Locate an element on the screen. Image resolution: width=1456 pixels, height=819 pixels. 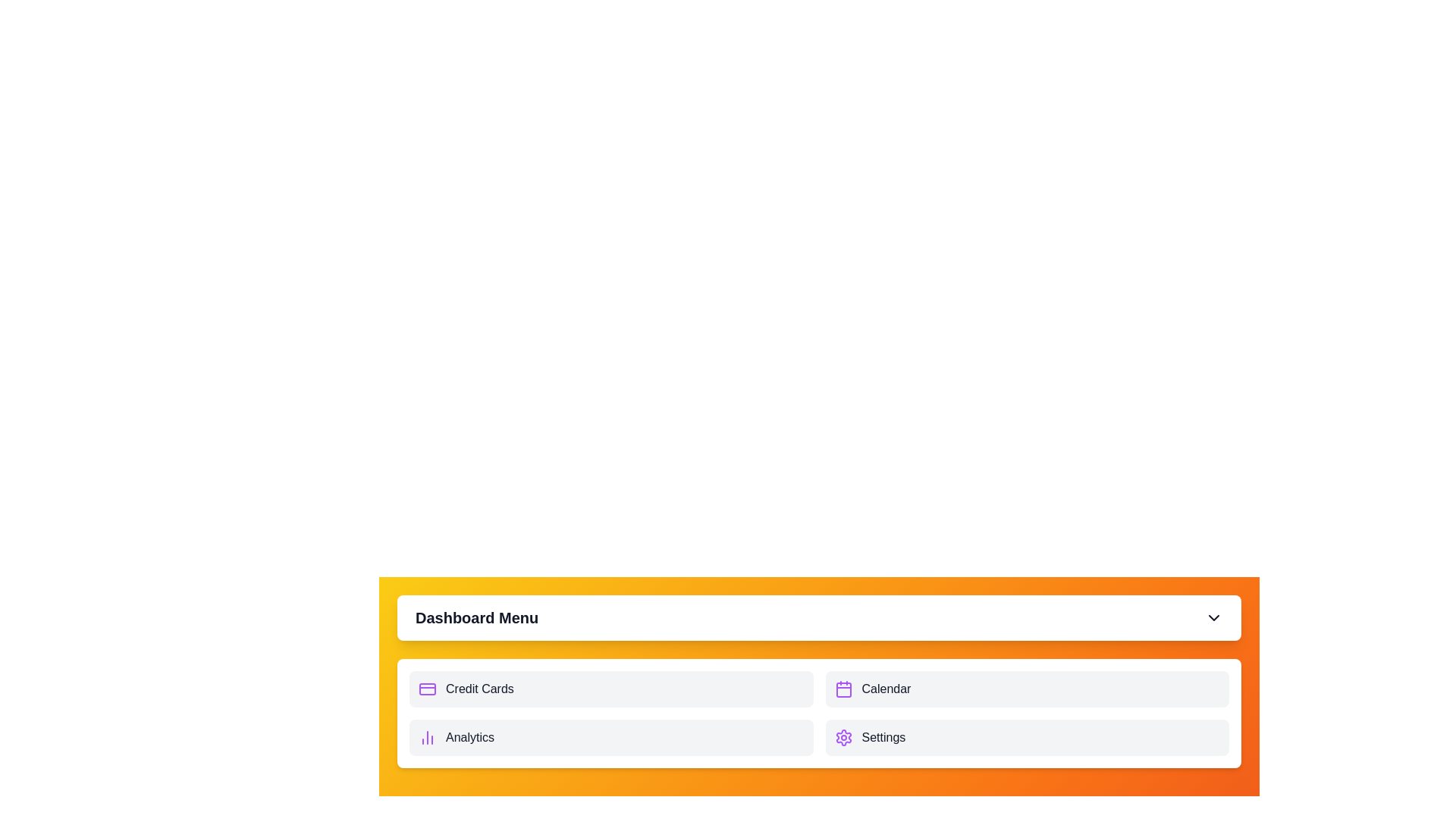
the menu item Settings is located at coordinates (1027, 736).